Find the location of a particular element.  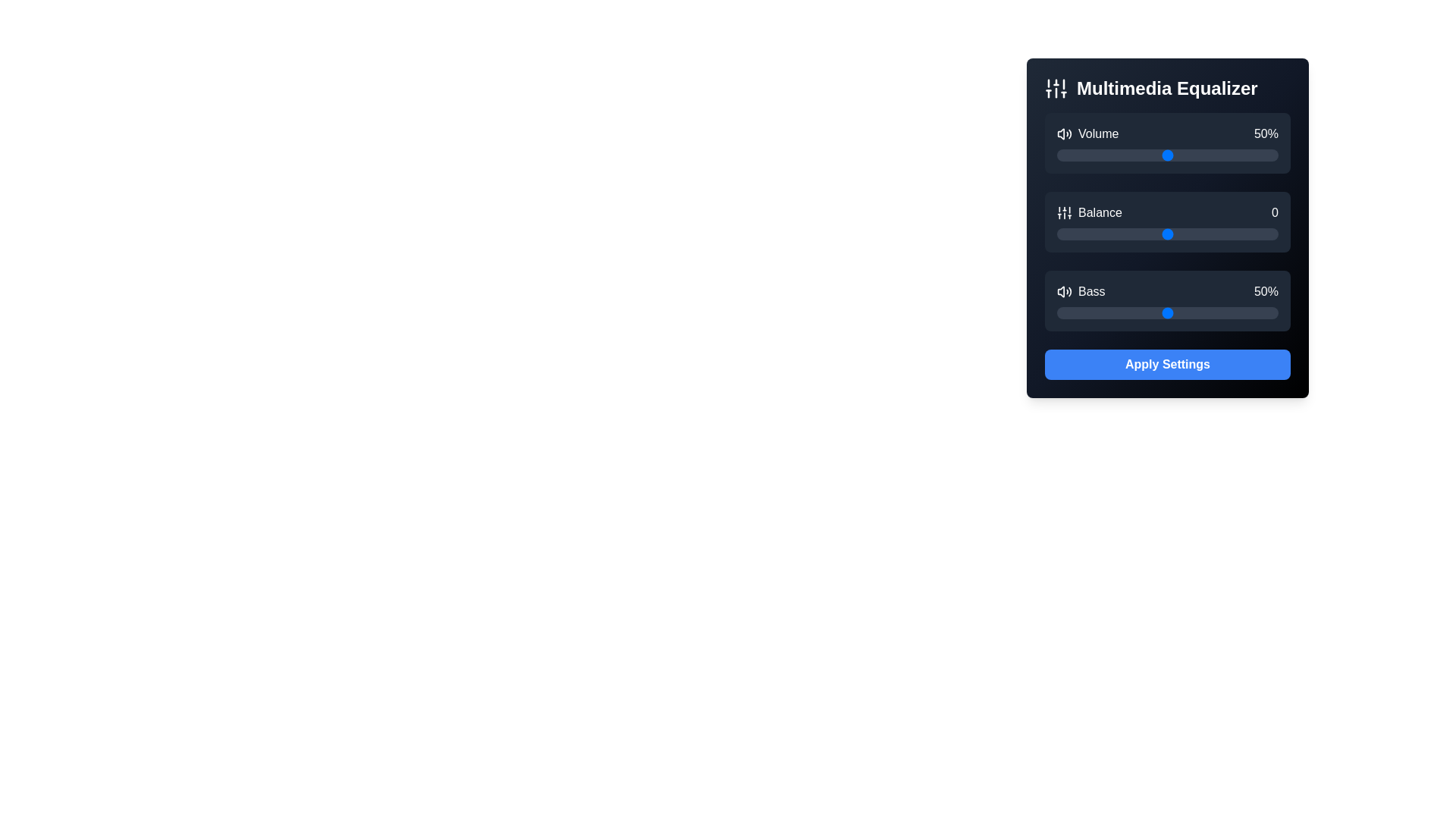

the bass level is located at coordinates (1110, 312).